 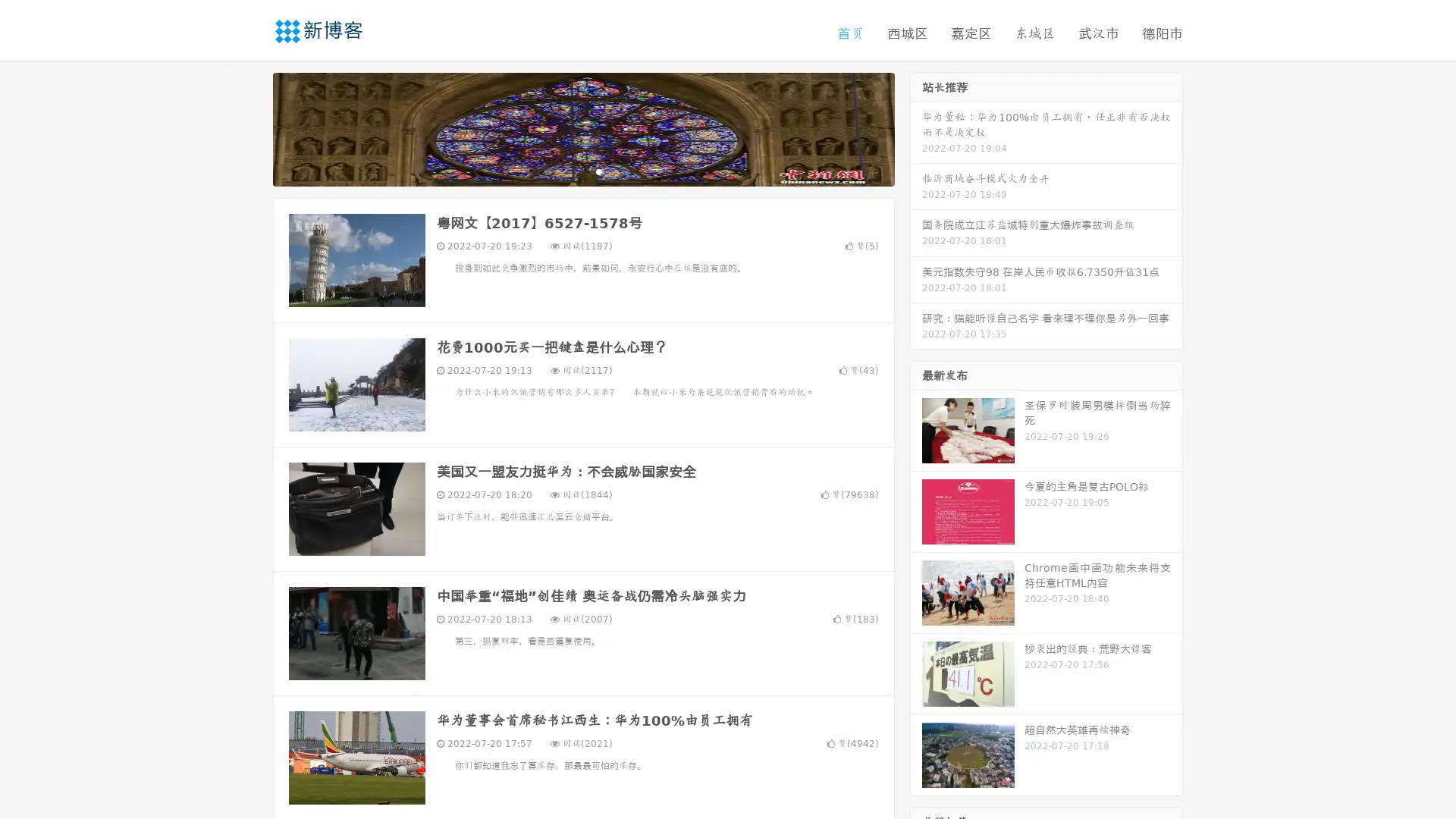 What do you see at coordinates (567, 171) in the screenshot?
I see `Go to slide 1` at bounding box center [567, 171].